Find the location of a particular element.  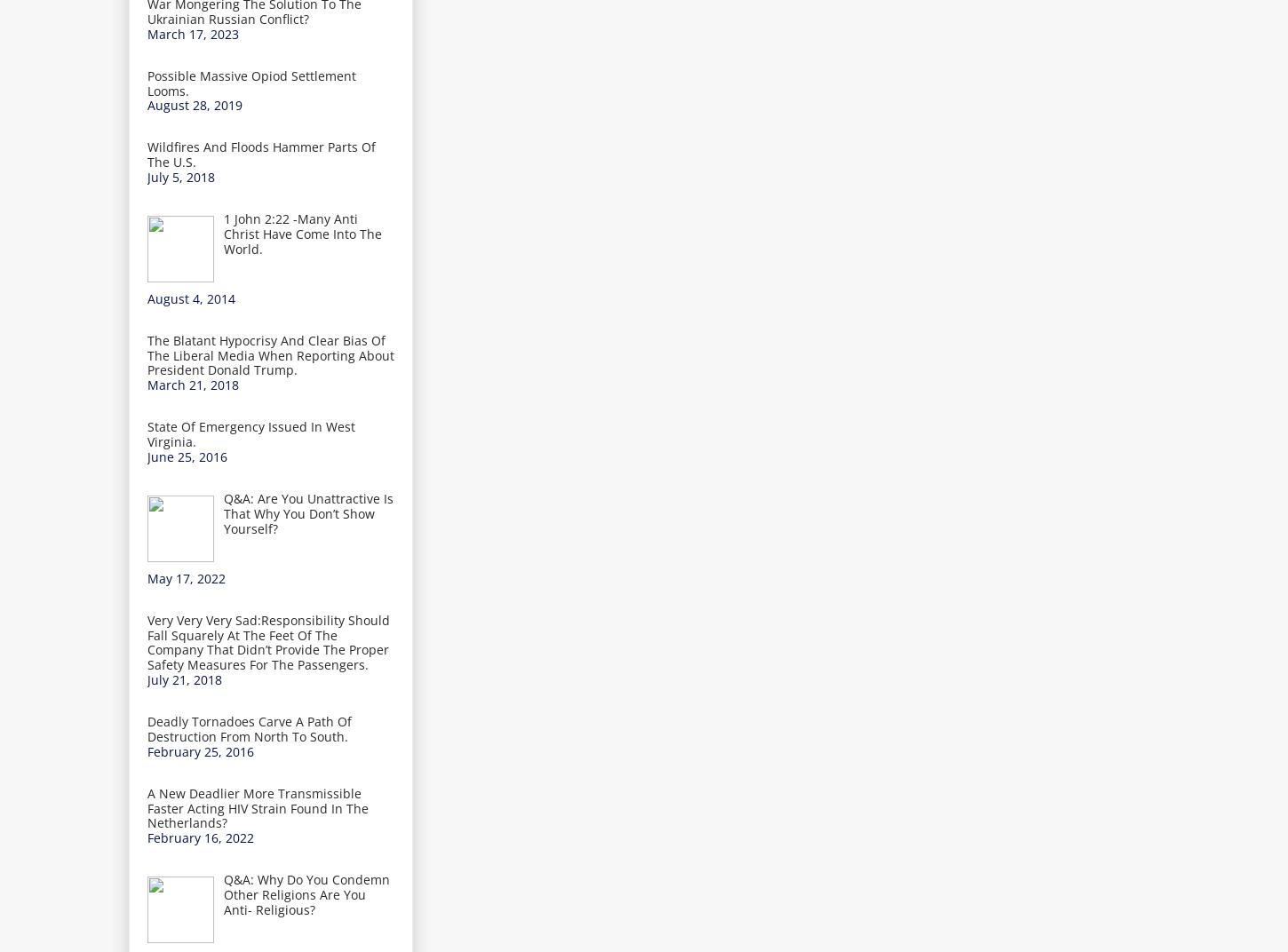

'March 21, 2018' is located at coordinates (192, 384).